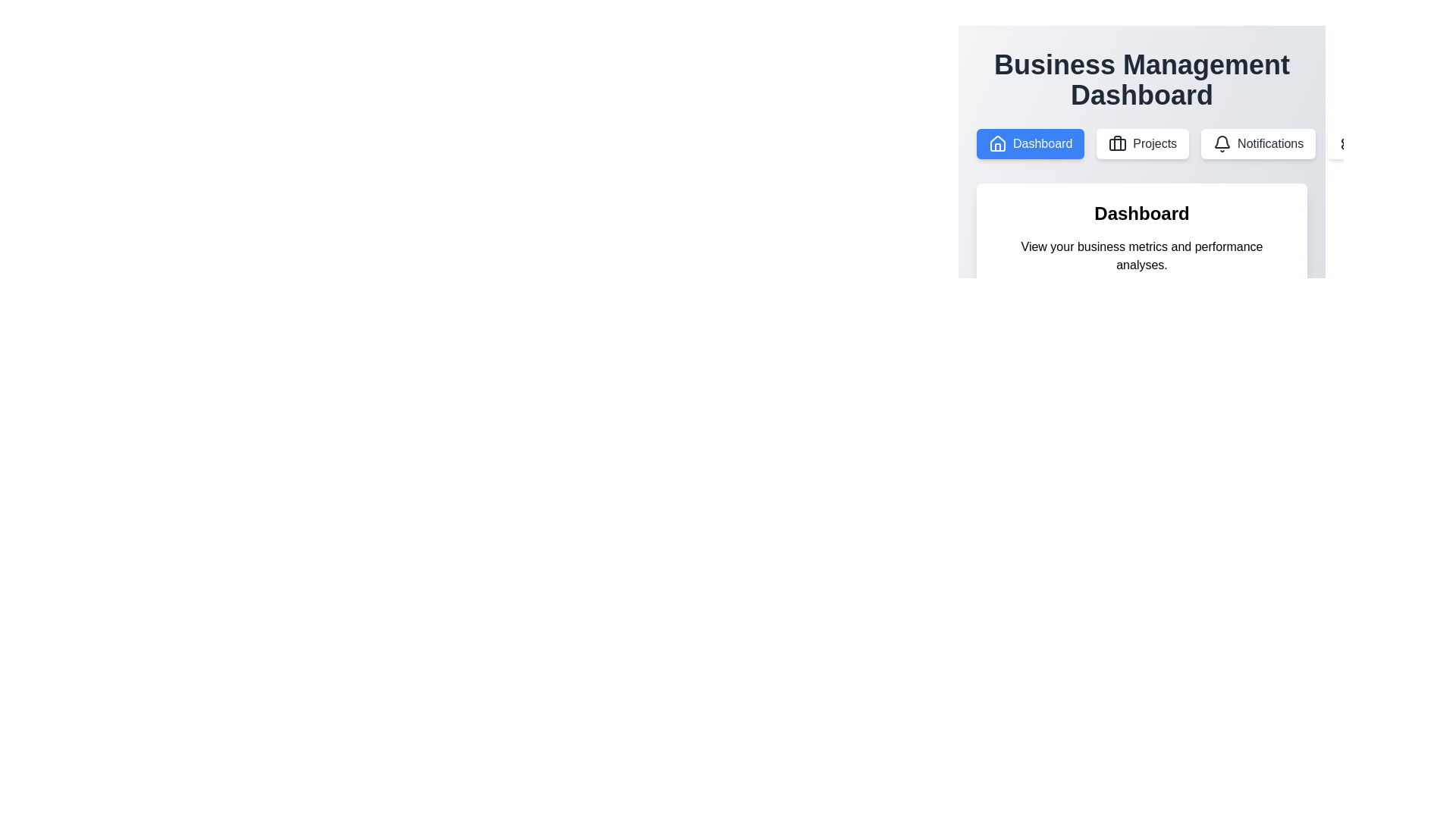 The image size is (1456, 819). What do you see at coordinates (1118, 143) in the screenshot?
I see `the icon that visually indicates an association with projects, located to the left of the 'Projects' label in the menu bar` at bounding box center [1118, 143].